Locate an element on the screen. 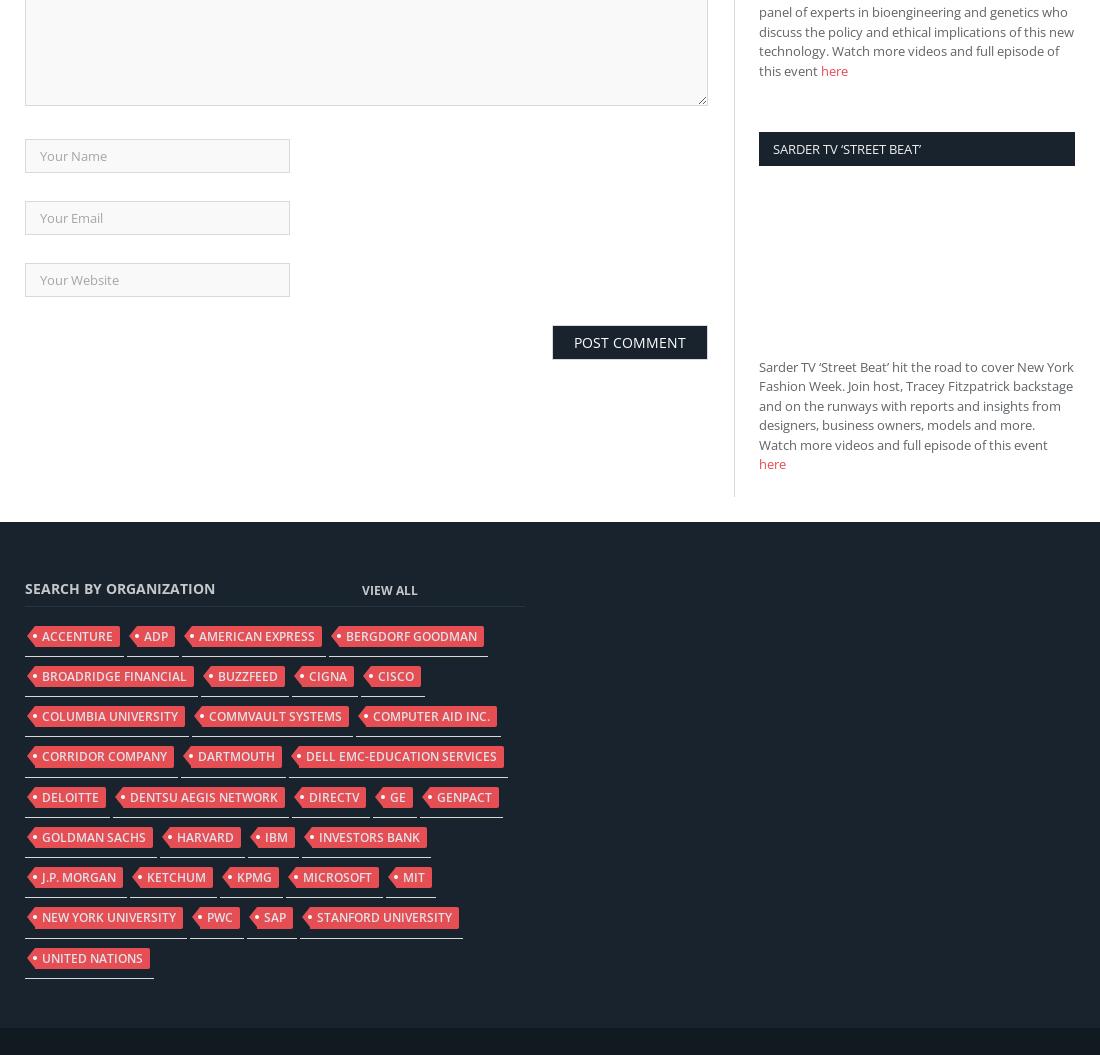 The image size is (1100, 1055). 'Stanford University' is located at coordinates (316, 916).